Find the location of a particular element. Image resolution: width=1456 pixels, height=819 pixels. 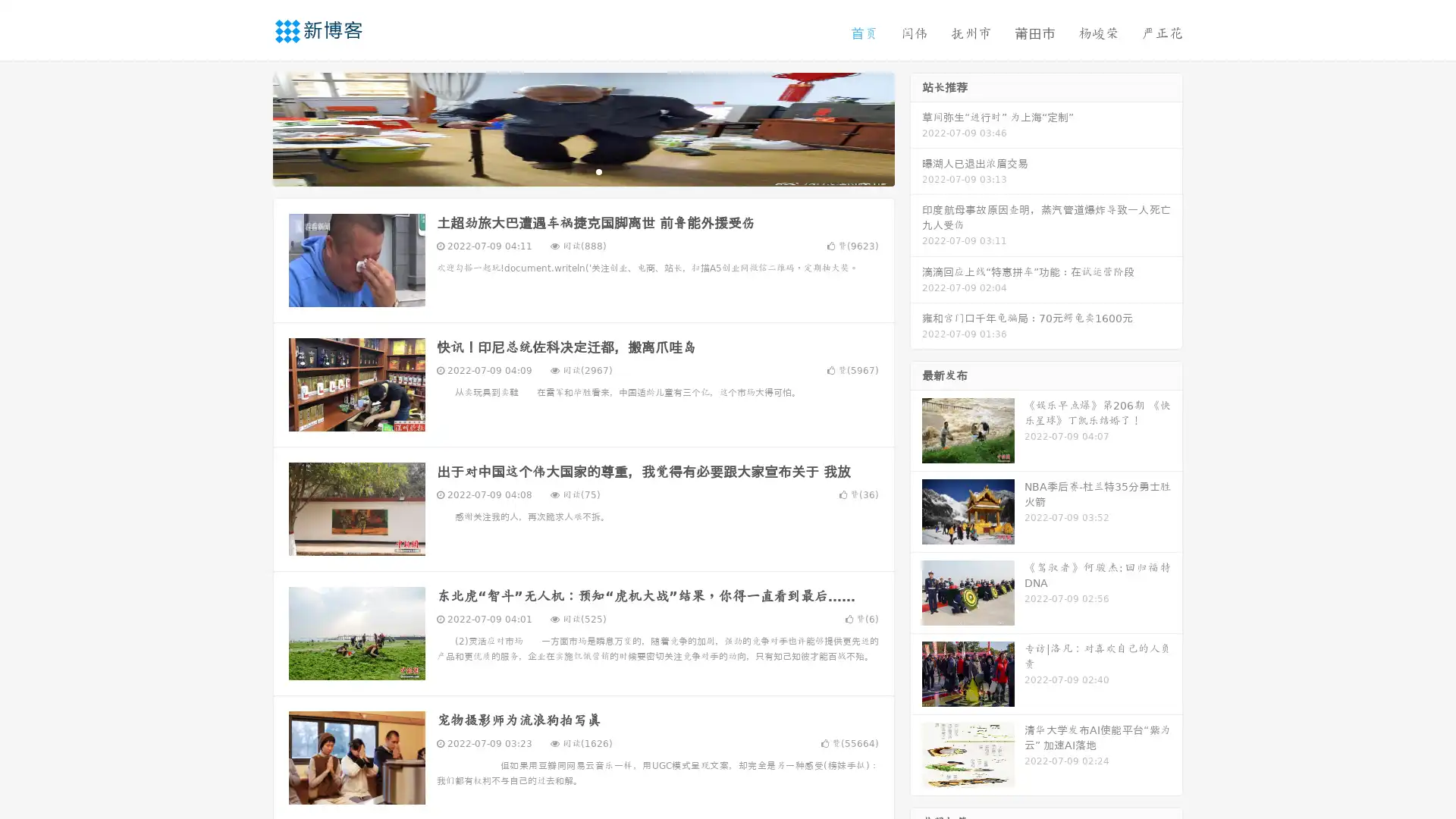

Previous slide is located at coordinates (250, 127).